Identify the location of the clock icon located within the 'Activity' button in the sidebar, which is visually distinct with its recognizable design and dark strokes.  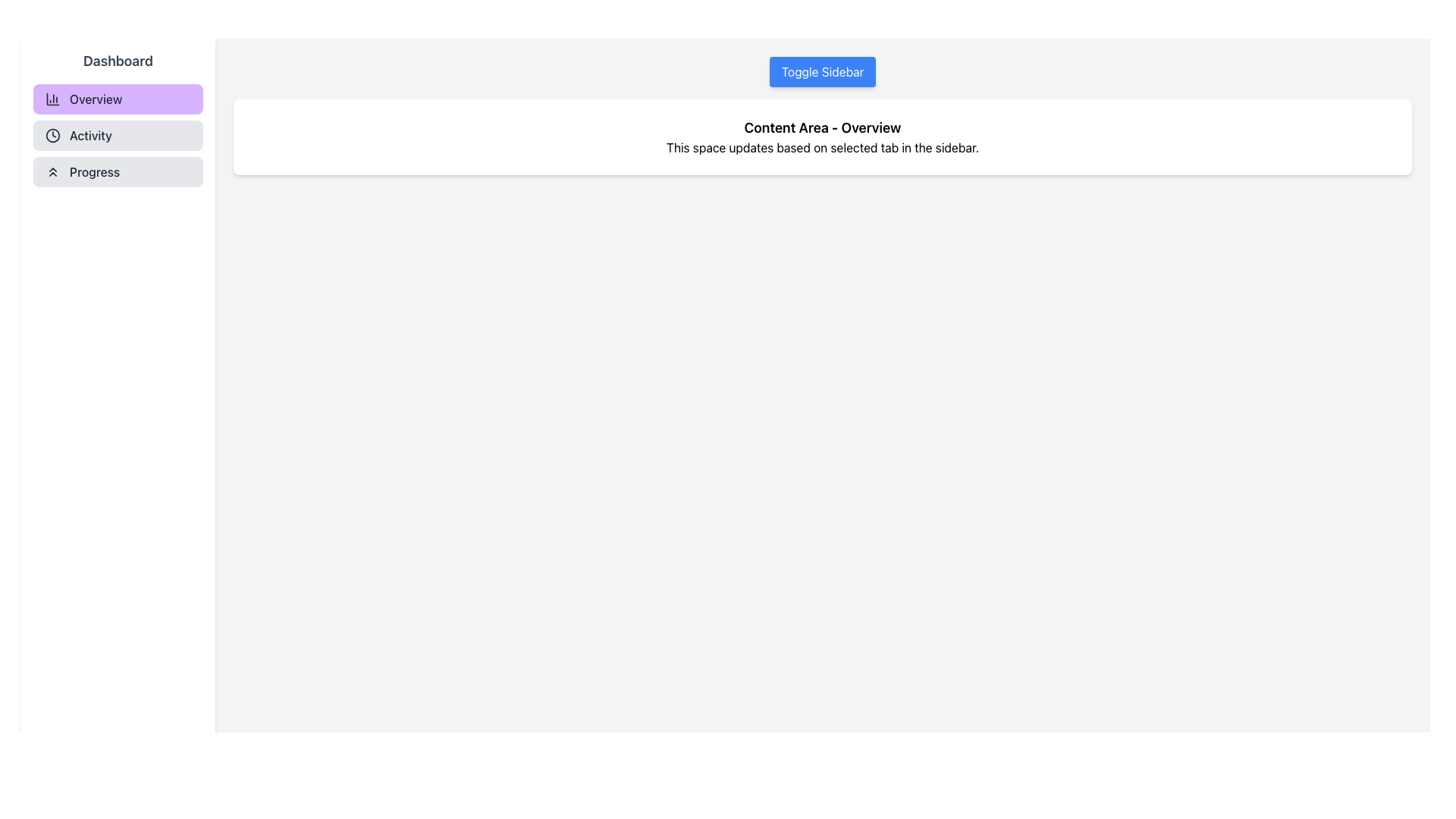
(53, 134).